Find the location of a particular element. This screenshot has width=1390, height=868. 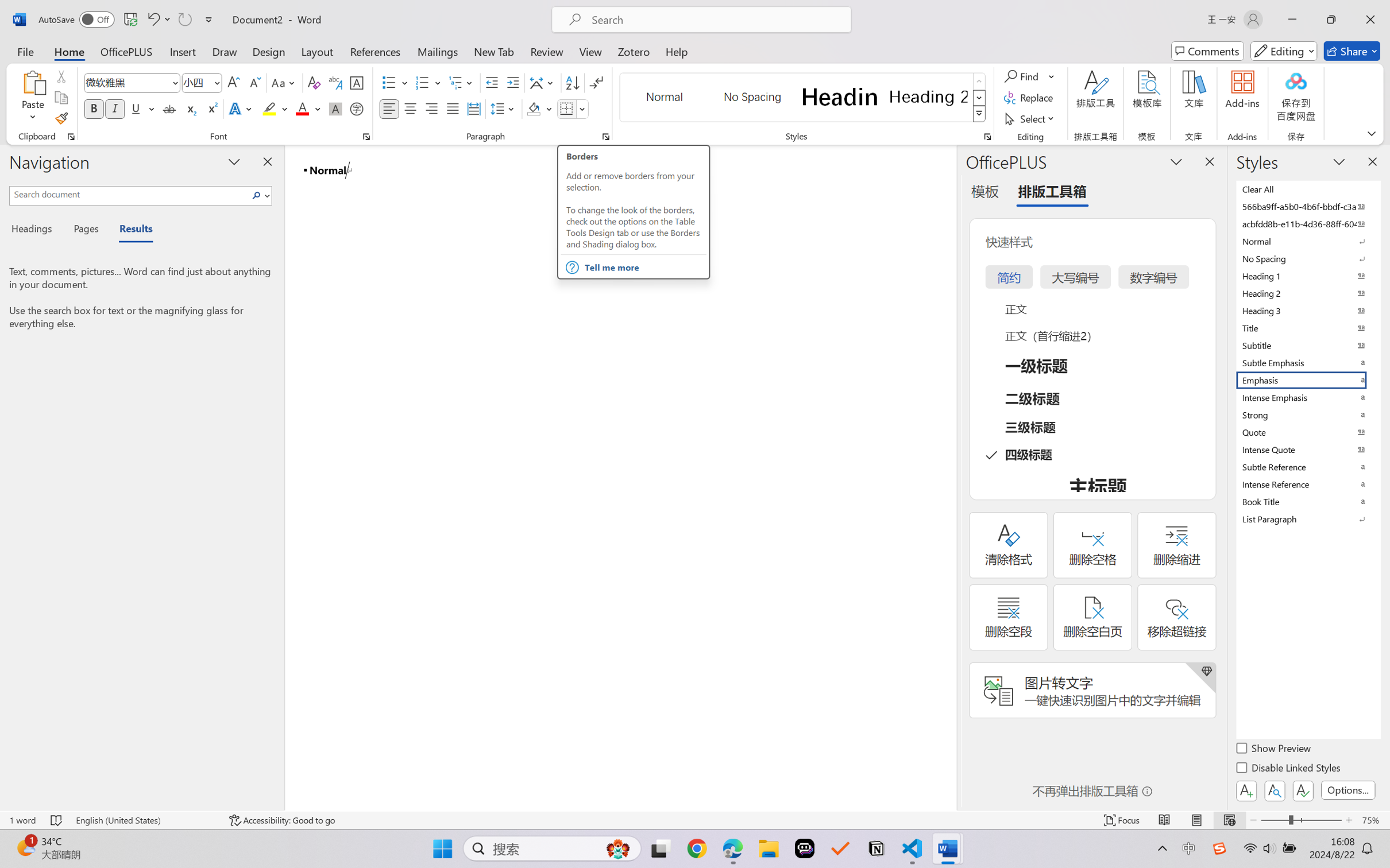

'Headings' is located at coordinates (35, 230).